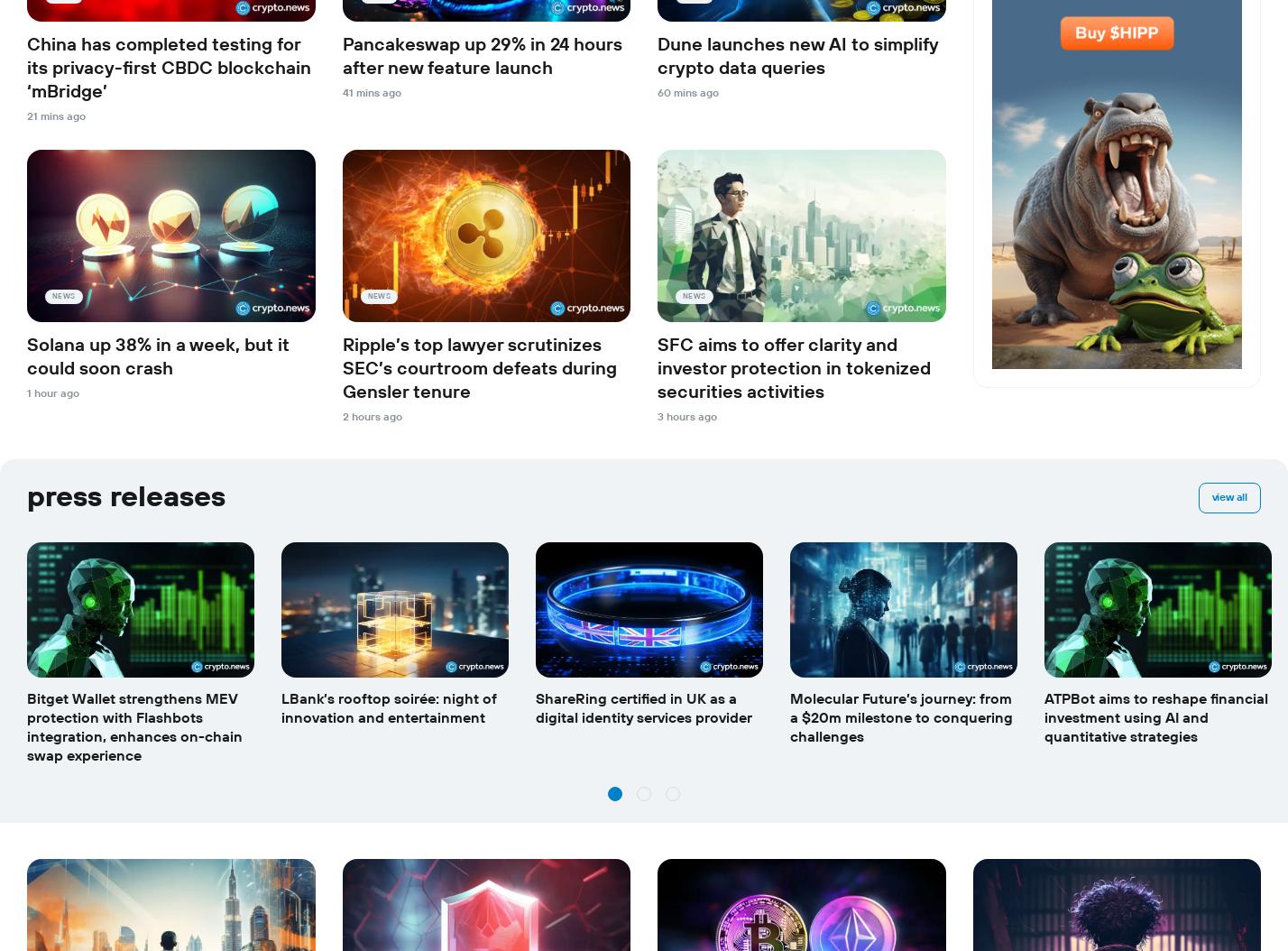 The width and height of the screenshot is (1288, 951). I want to click on '1 hour ago', so click(52, 392).